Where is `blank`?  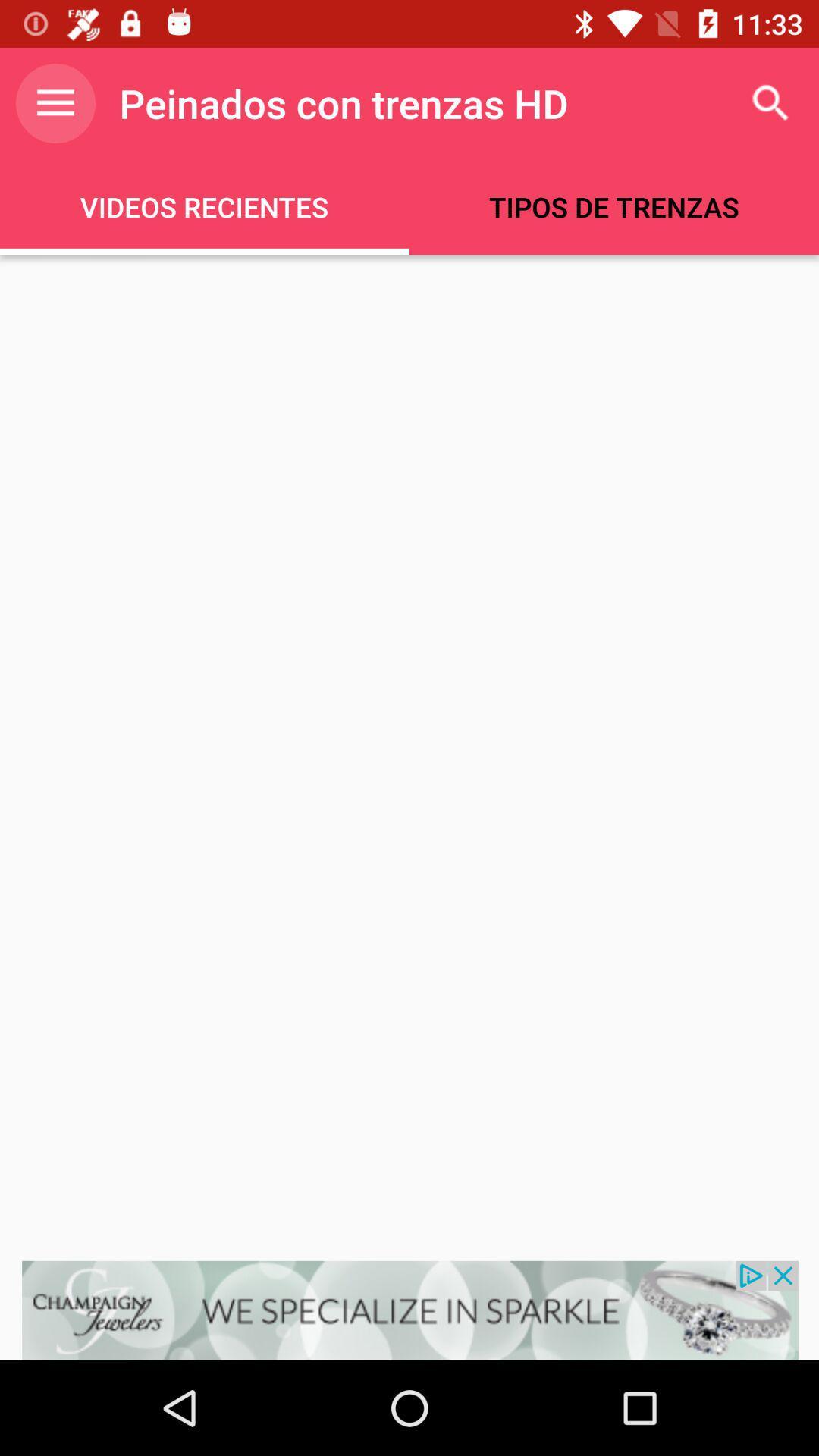
blank is located at coordinates (409, 758).